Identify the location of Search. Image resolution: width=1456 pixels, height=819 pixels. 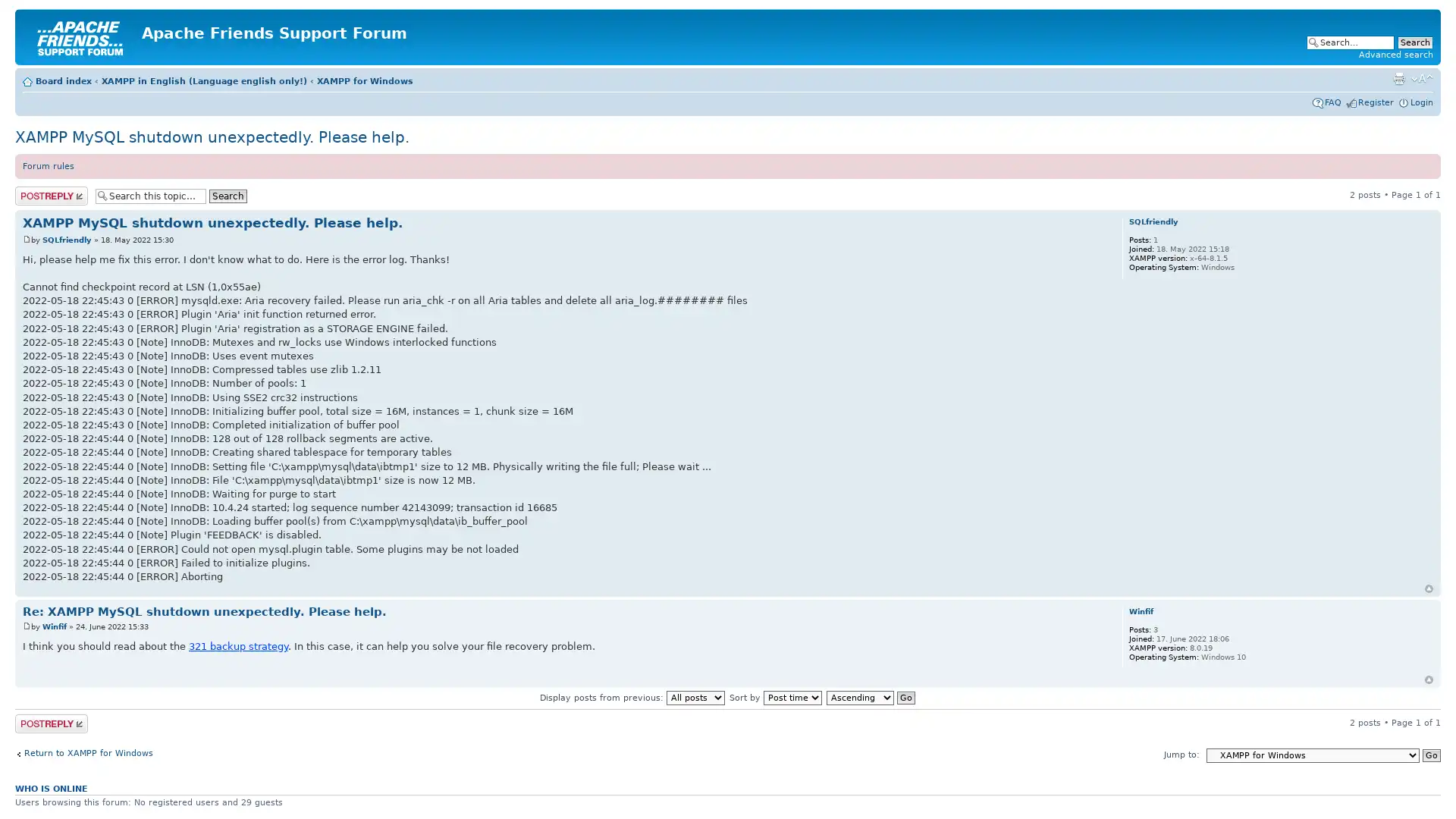
(227, 195).